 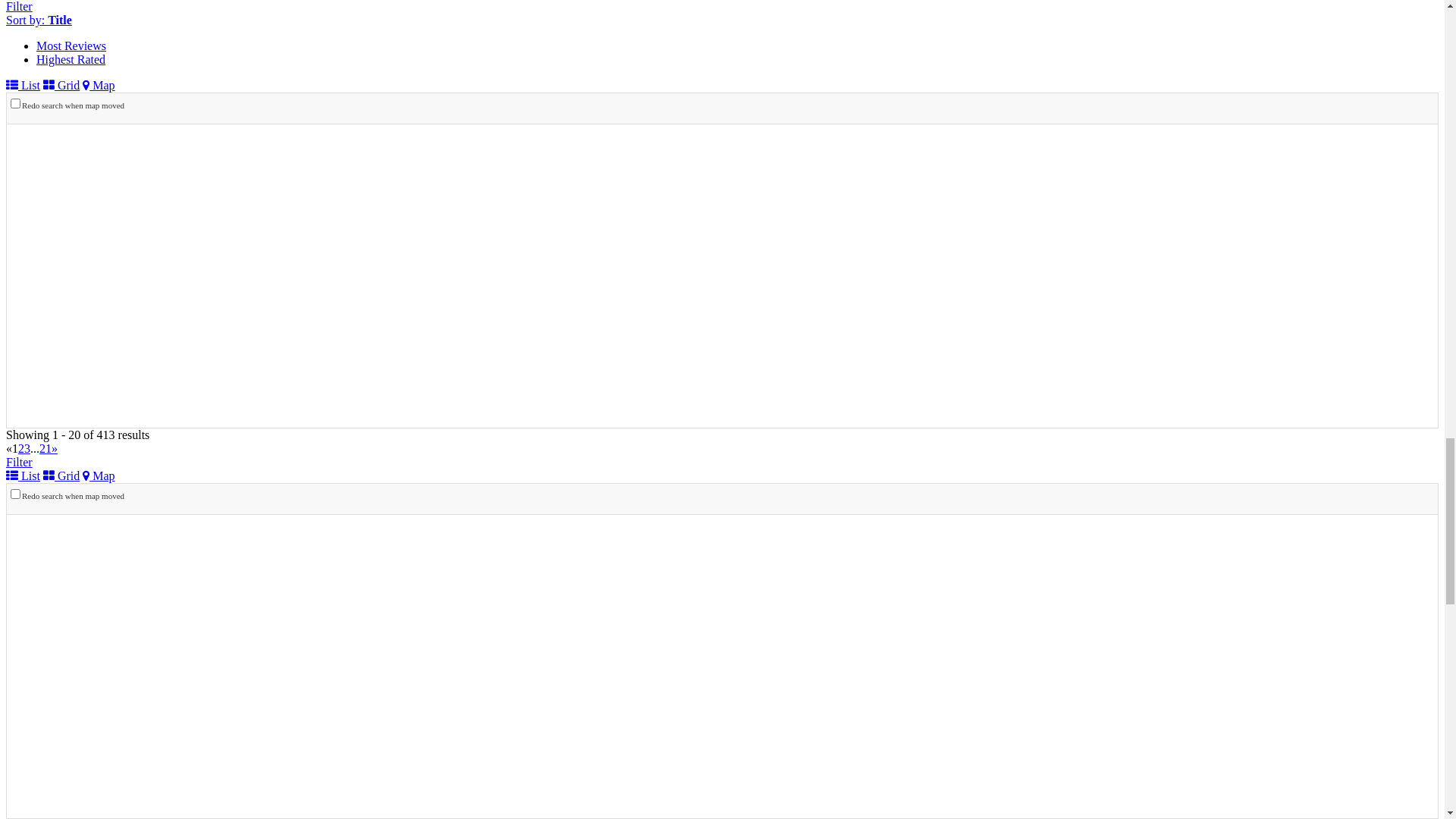 What do you see at coordinates (77, 444) in the screenshot?
I see `'How'` at bounding box center [77, 444].